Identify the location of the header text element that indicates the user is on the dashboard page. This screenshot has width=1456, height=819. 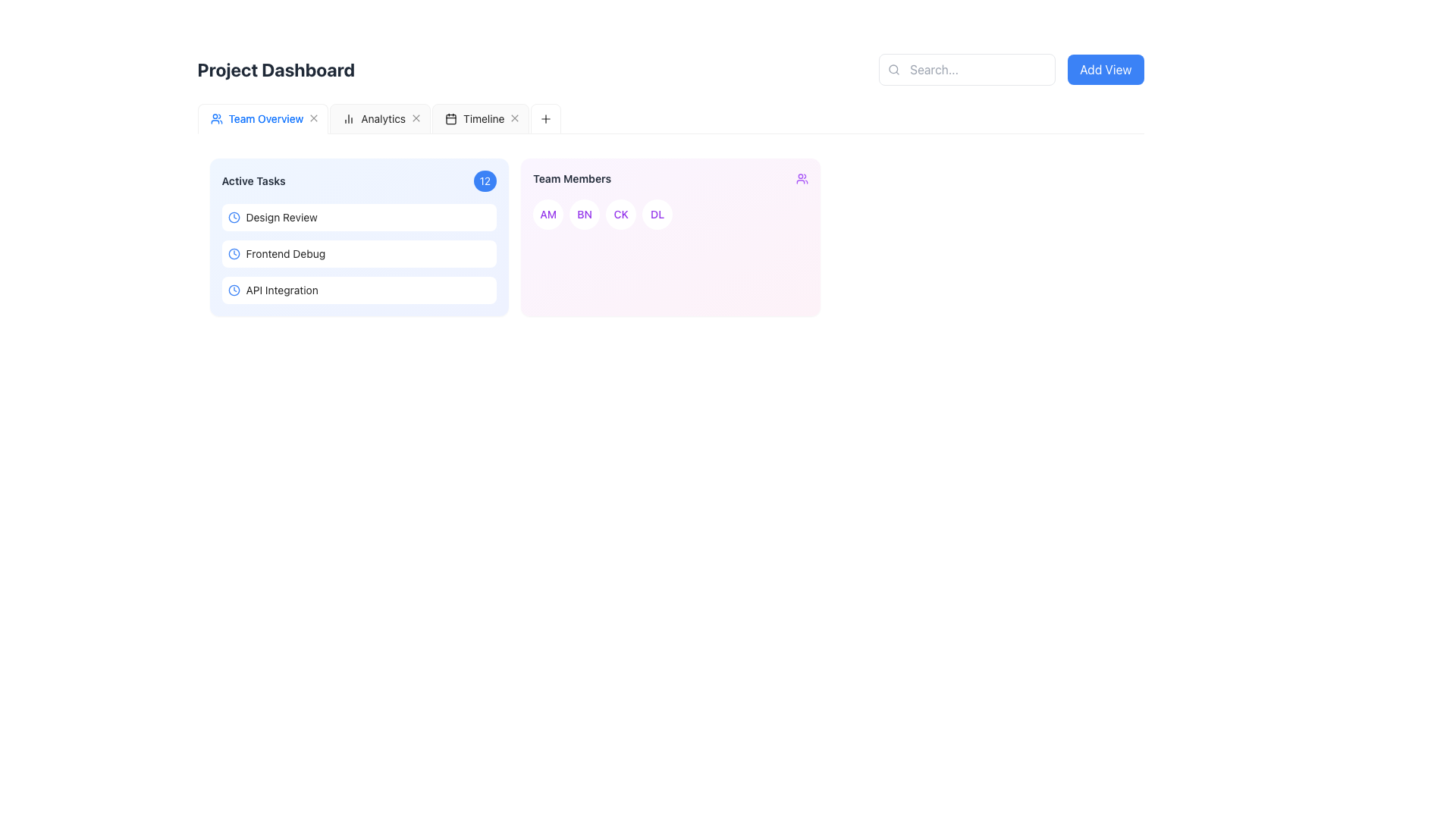
(276, 70).